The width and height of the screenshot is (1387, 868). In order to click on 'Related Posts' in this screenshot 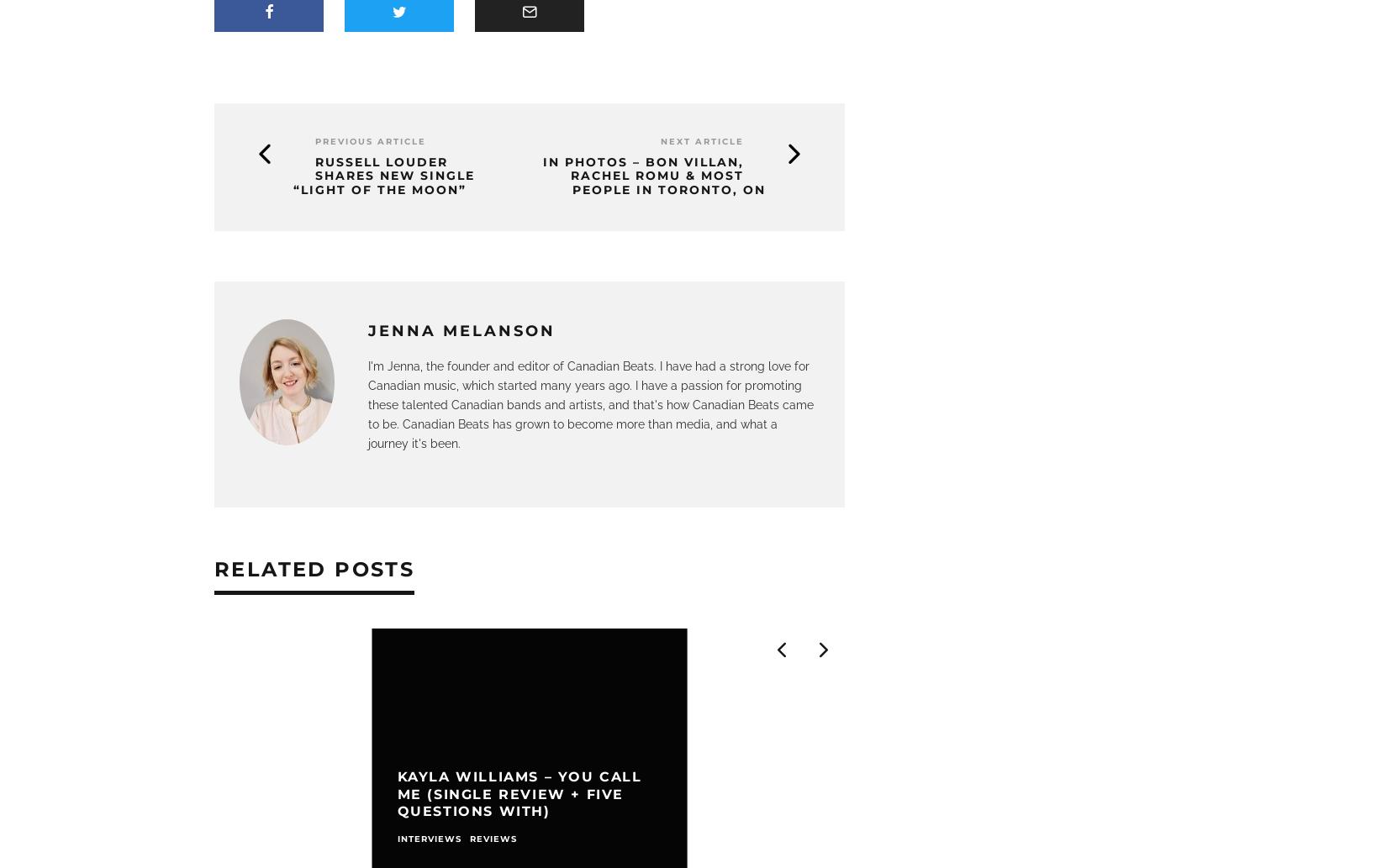, I will do `click(314, 567)`.